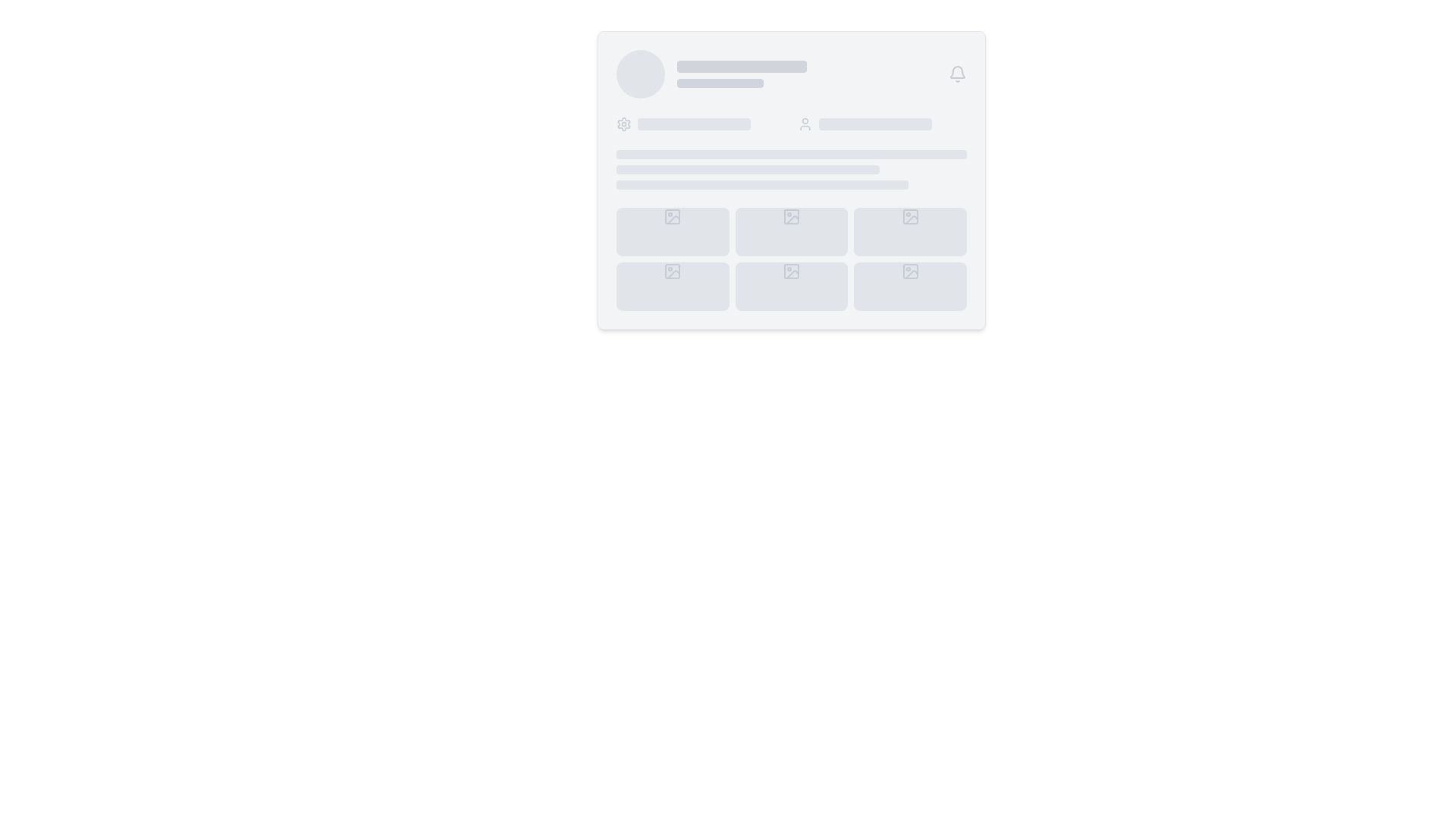  What do you see at coordinates (672, 271) in the screenshot?
I see `the Icon placeholder` at bounding box center [672, 271].